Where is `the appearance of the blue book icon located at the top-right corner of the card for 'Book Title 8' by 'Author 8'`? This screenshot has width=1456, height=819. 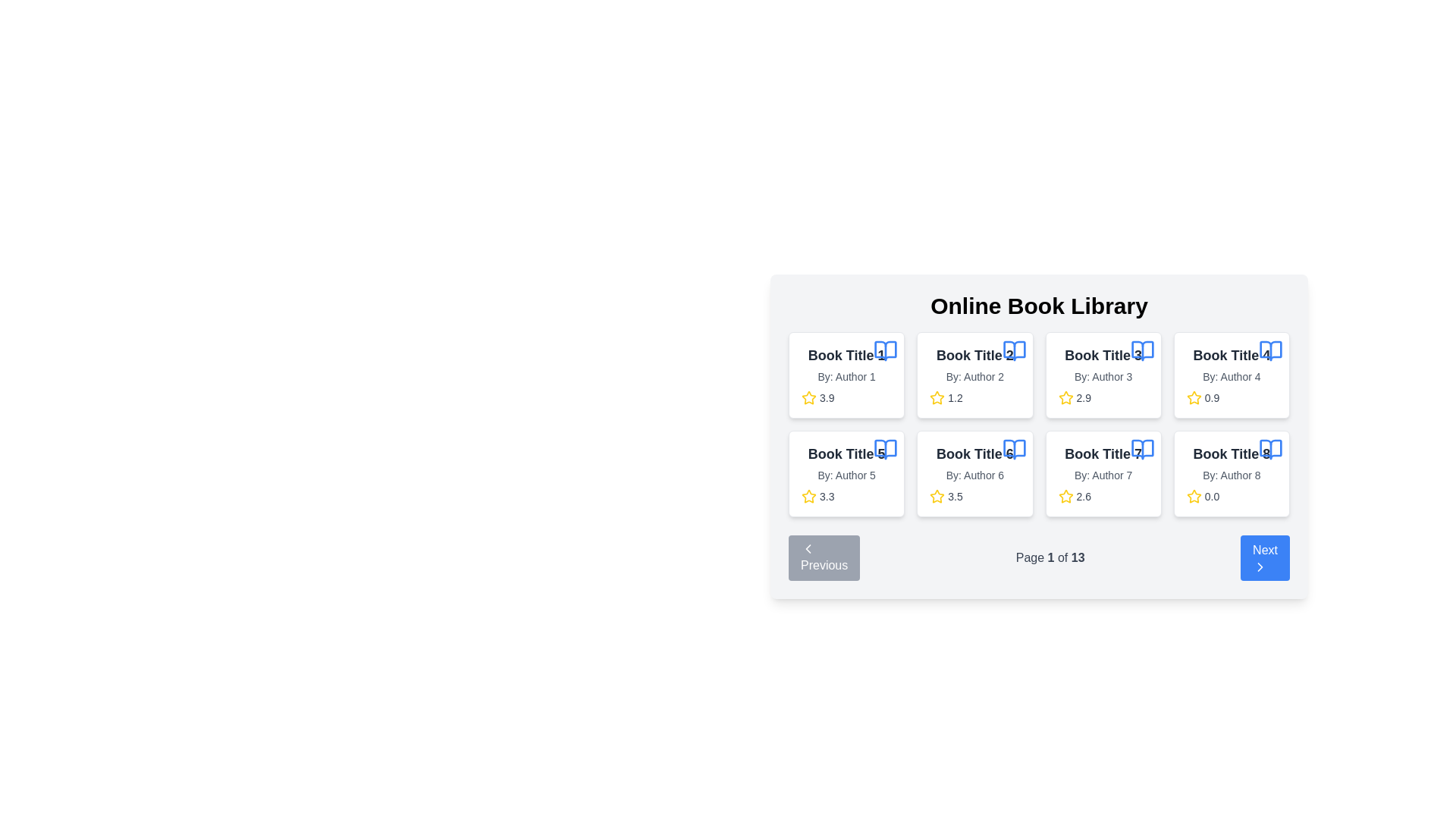 the appearance of the blue book icon located at the top-right corner of the card for 'Book Title 8' by 'Author 8' is located at coordinates (1270, 449).